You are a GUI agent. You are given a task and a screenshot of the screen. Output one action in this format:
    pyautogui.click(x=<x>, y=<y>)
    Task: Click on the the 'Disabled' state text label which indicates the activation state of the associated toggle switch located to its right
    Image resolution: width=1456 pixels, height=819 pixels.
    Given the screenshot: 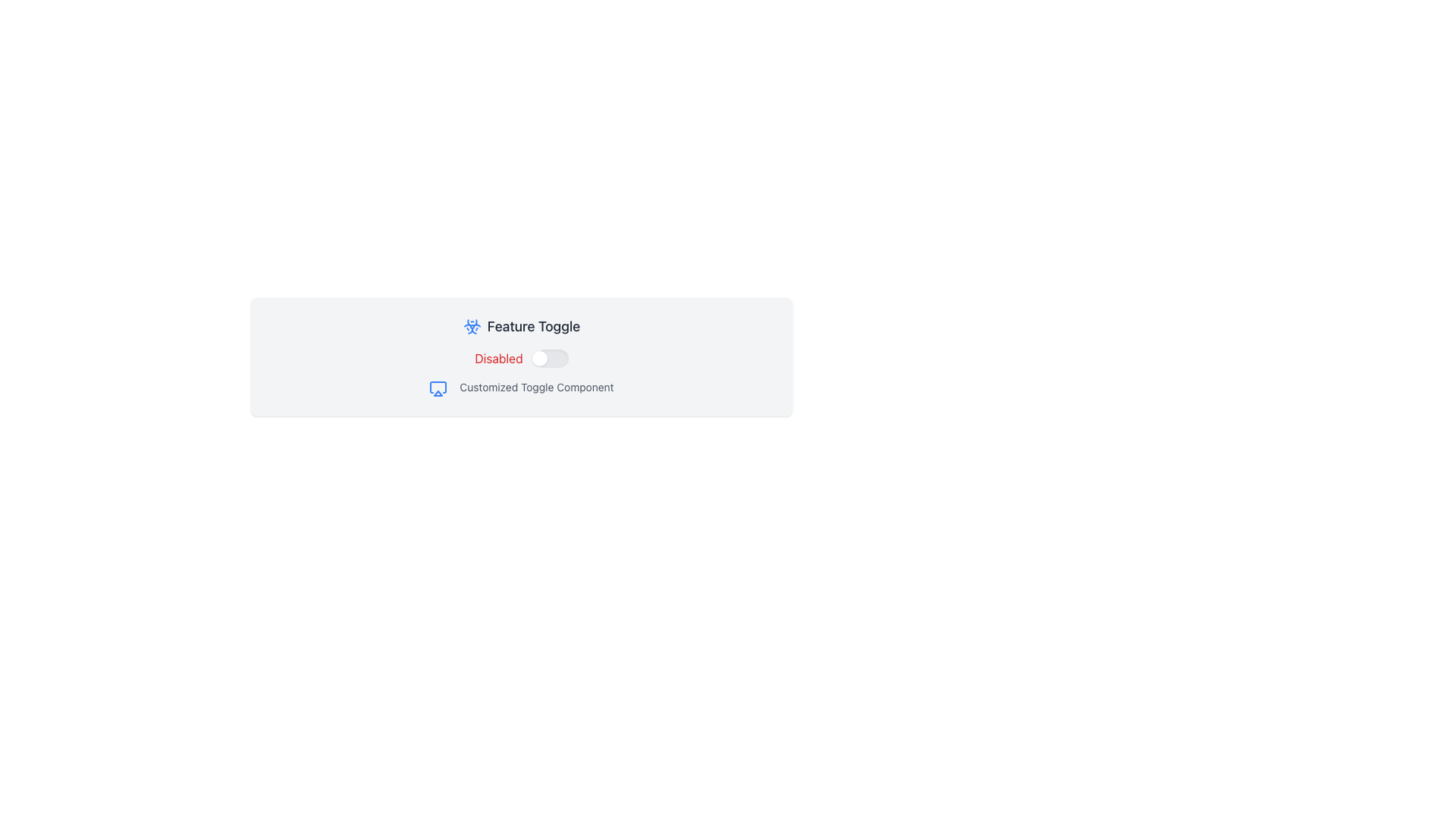 What is the action you would take?
    pyautogui.click(x=498, y=359)
    